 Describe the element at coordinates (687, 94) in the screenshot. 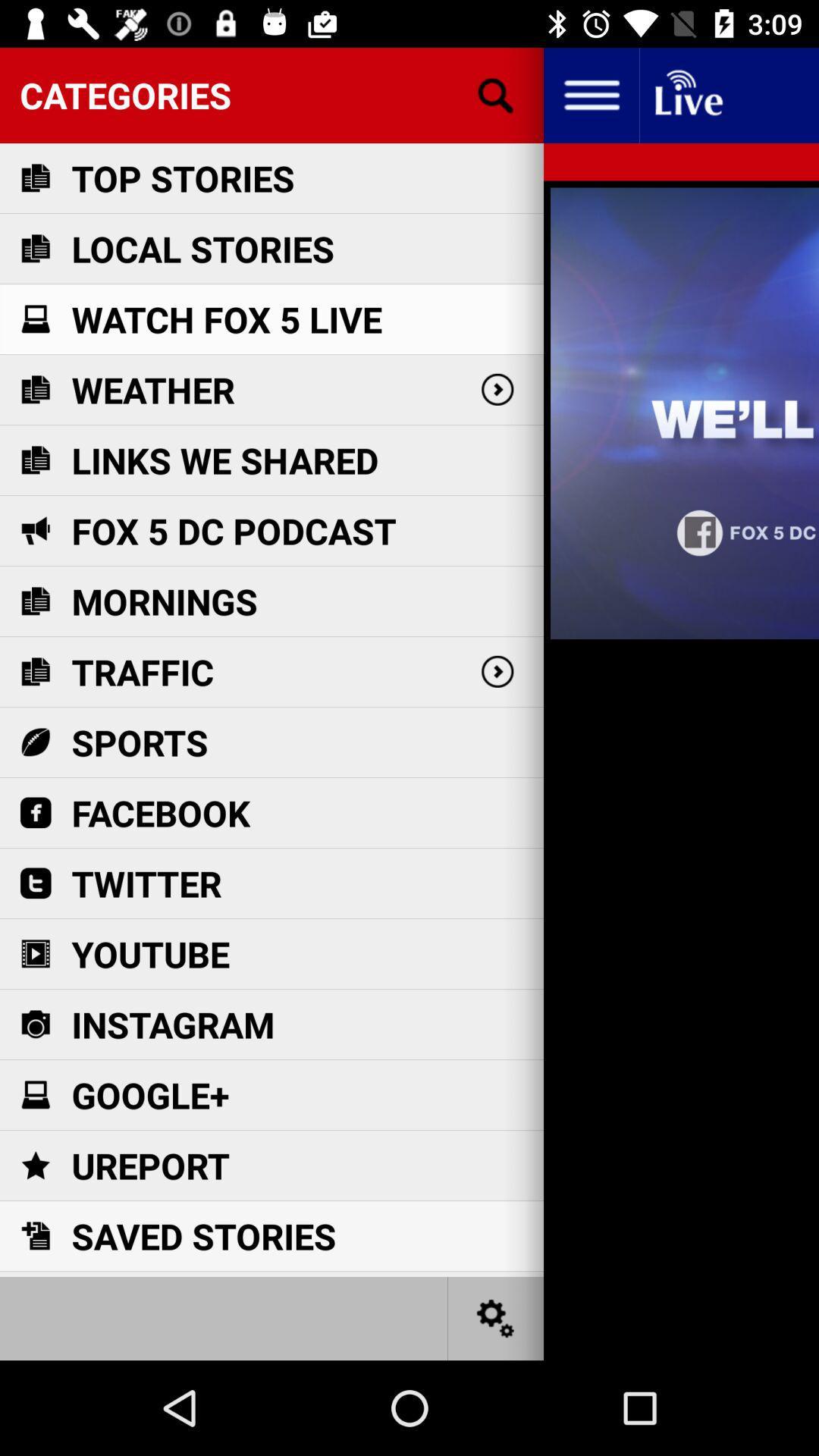

I see `wifi` at that location.